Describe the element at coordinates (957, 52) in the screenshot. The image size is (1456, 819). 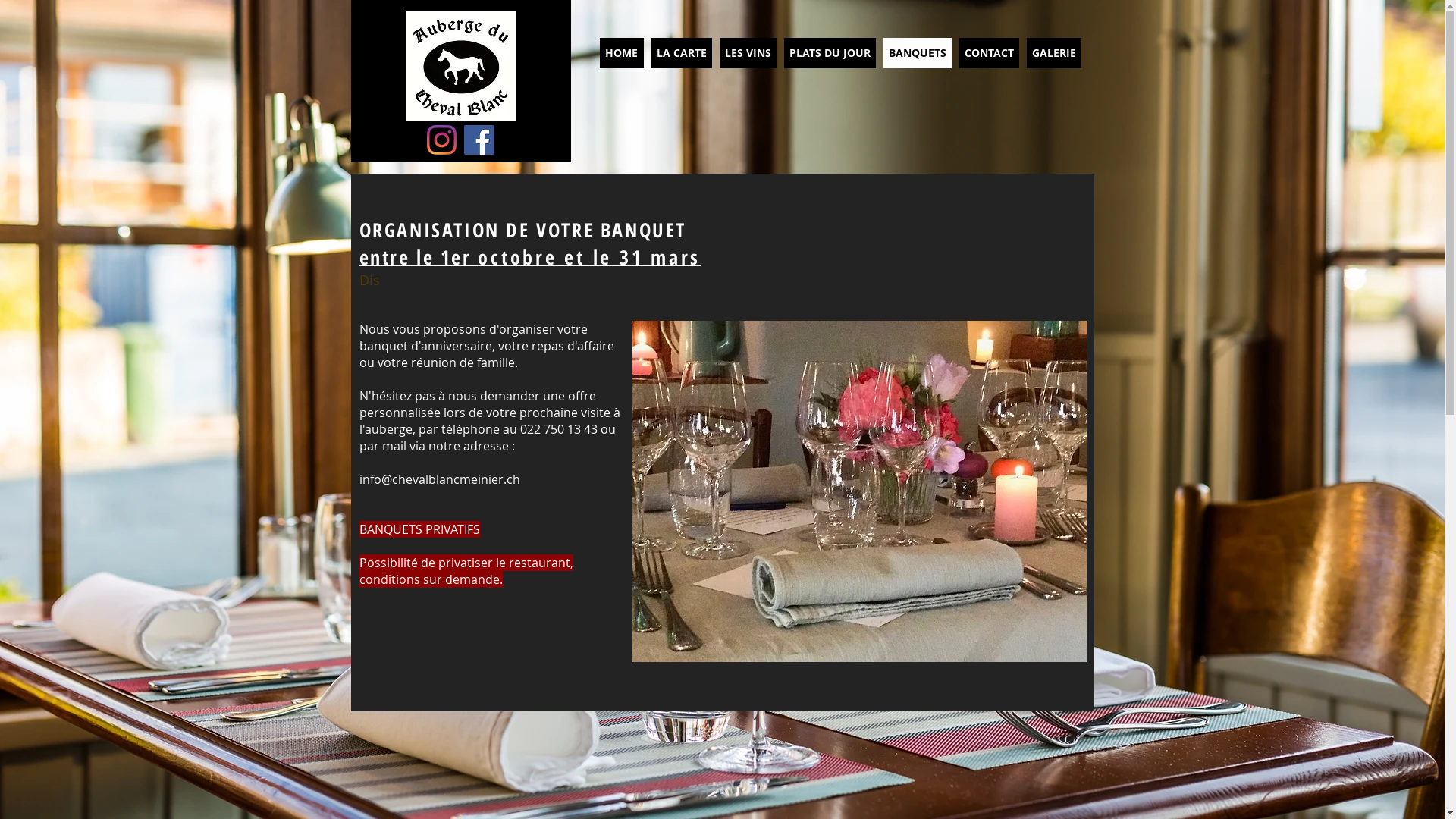
I see `'CONTACT'` at that location.